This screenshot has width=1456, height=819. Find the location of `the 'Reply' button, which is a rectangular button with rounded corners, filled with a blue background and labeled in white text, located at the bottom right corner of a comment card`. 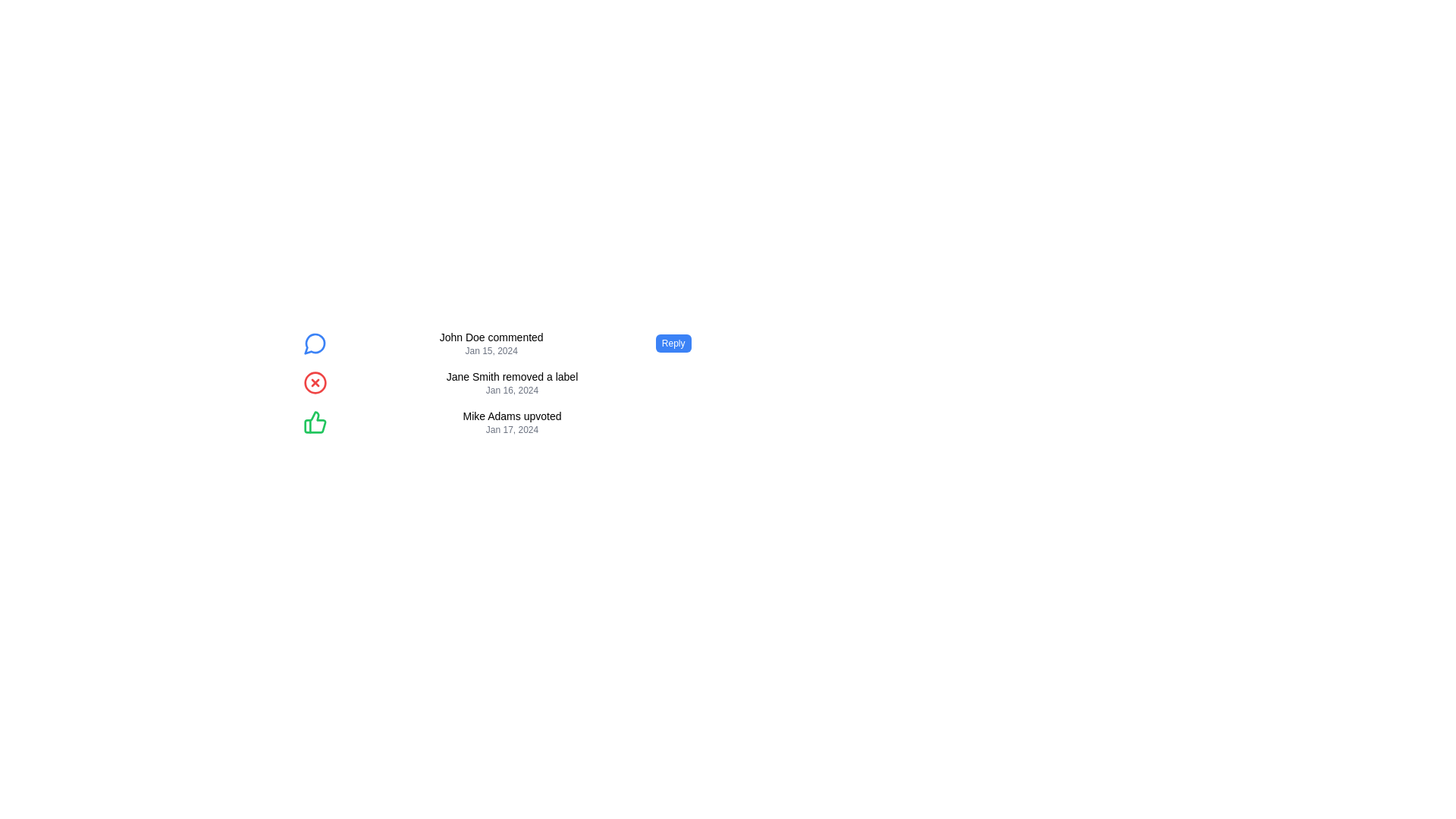

the 'Reply' button, which is a rectangular button with rounded corners, filled with a blue background and labeled in white text, located at the bottom right corner of a comment card is located at coordinates (673, 343).